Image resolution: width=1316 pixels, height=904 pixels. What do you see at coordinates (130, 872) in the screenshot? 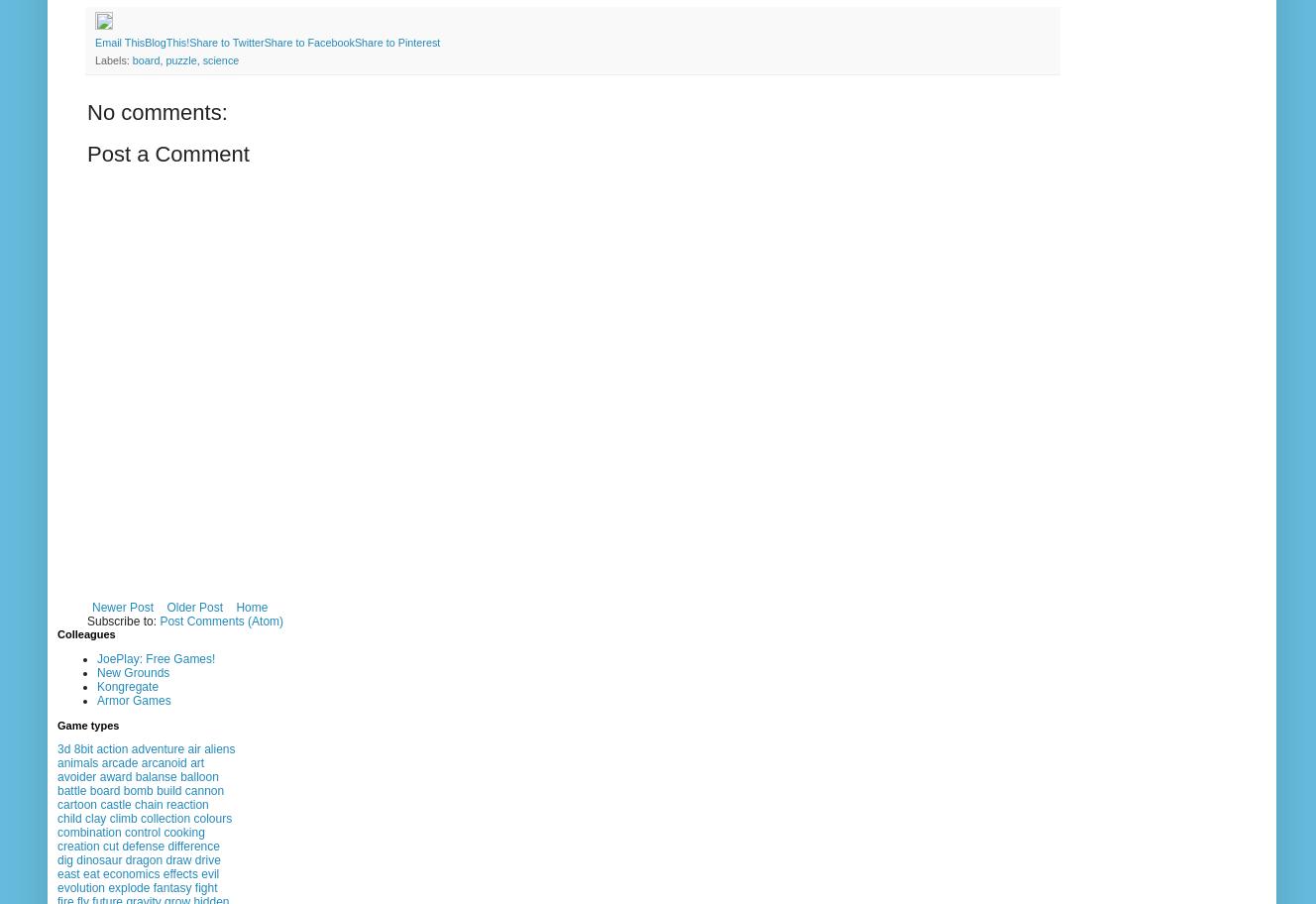
I see `'economics'` at bounding box center [130, 872].